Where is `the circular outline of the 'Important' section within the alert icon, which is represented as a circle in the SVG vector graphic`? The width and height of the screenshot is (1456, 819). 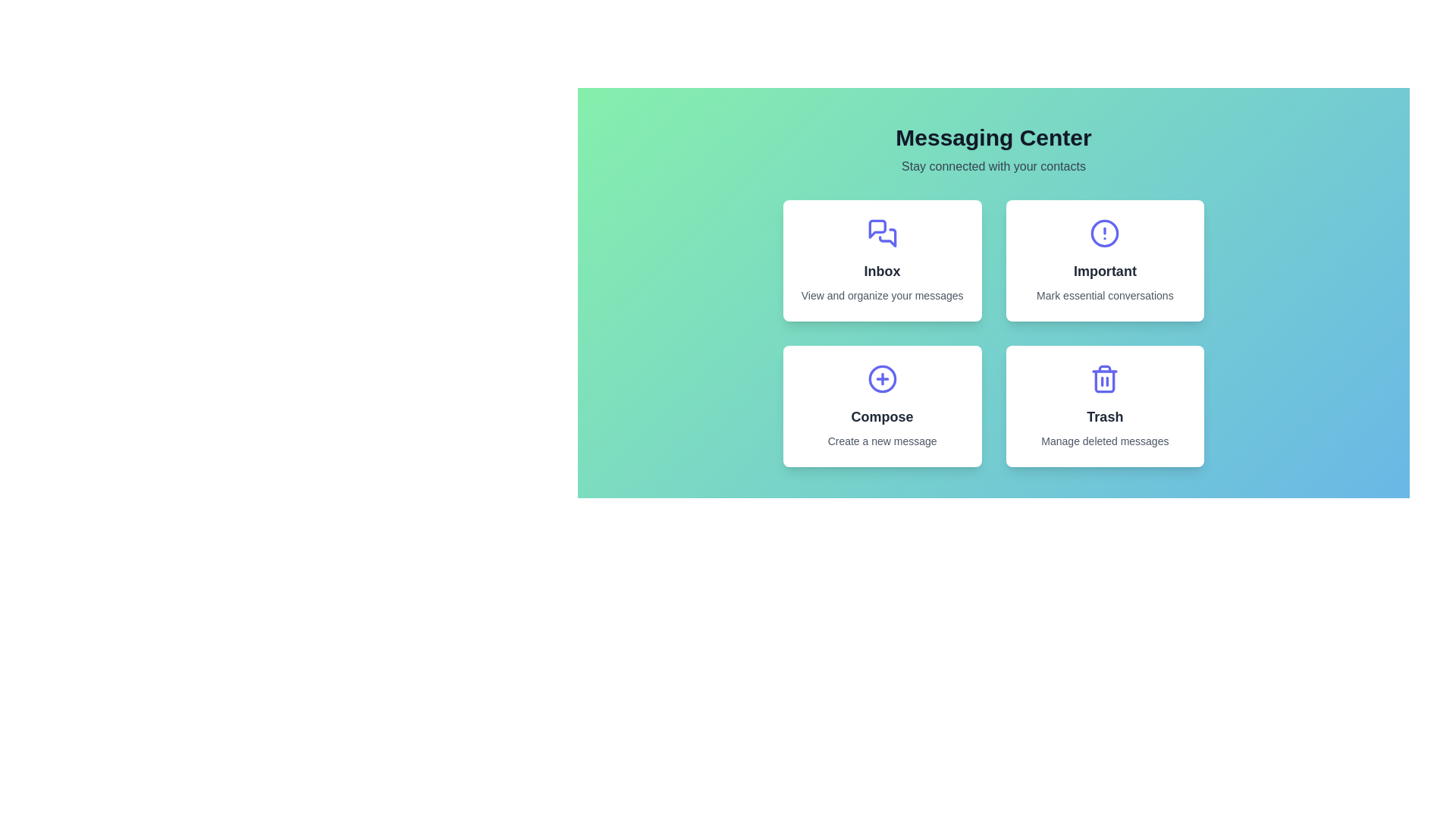
the circular outline of the 'Important' section within the alert icon, which is represented as a circle in the SVG vector graphic is located at coordinates (1105, 234).